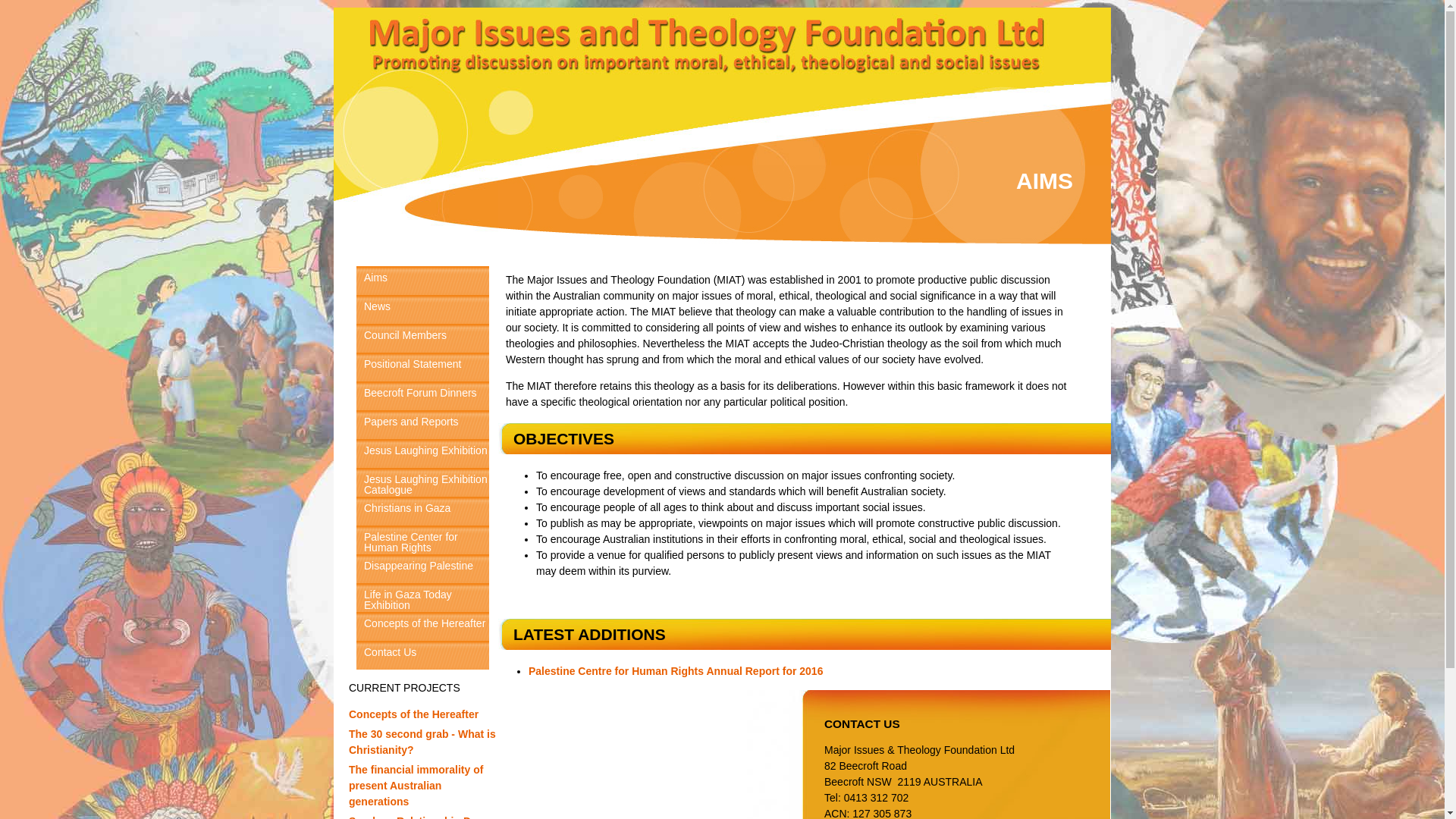 This screenshot has height=819, width=1456. Describe the element at coordinates (422, 424) in the screenshot. I see `'Papers and Reports'` at that location.